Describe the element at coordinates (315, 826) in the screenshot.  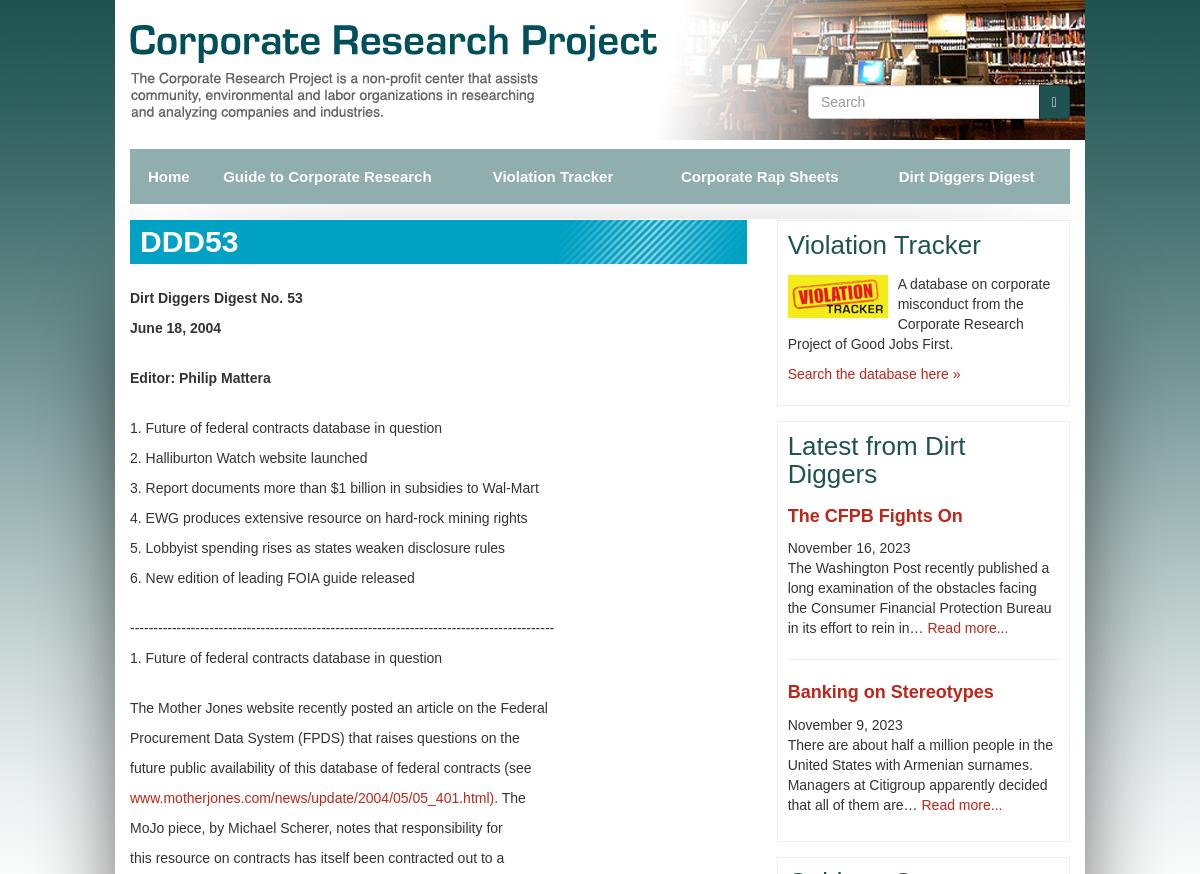
I see `'MoJo piece, by Michael Scherer, notes that responsibility for'` at that location.